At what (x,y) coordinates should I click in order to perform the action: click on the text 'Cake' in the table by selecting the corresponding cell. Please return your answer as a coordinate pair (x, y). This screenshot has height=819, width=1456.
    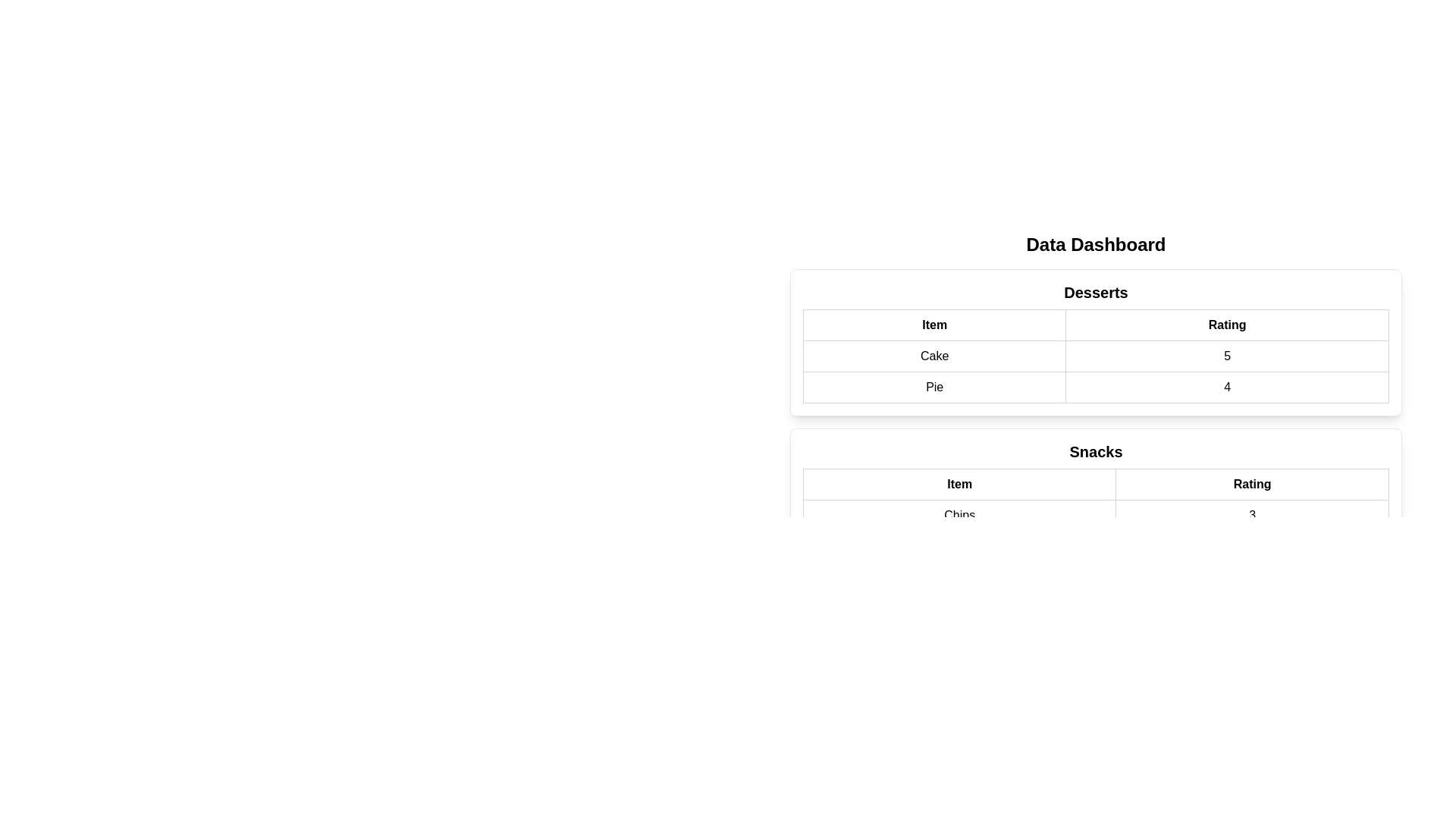
    Looking at the image, I should click on (934, 356).